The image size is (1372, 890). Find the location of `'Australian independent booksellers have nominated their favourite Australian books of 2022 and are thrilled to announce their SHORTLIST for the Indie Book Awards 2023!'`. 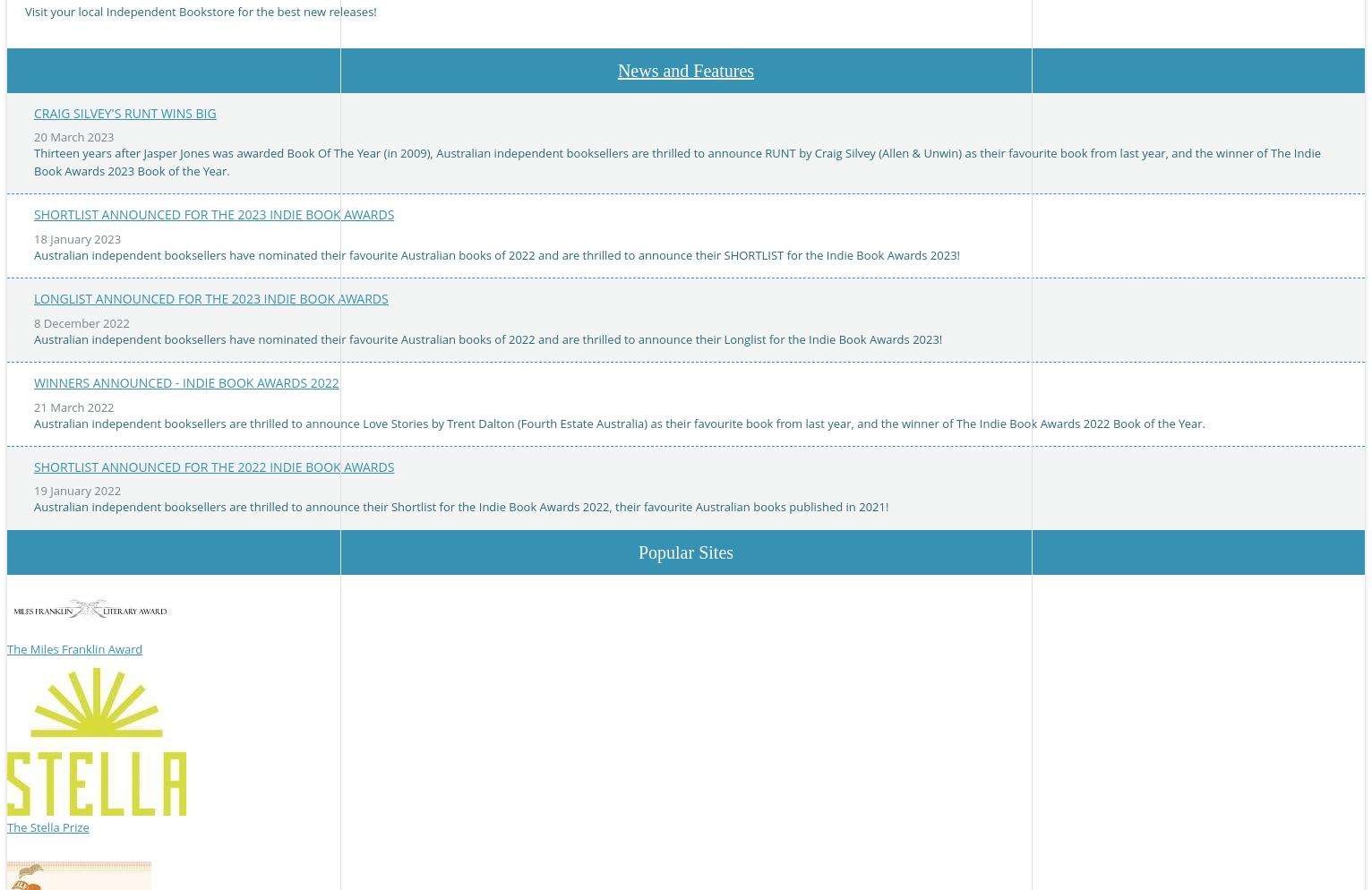

'Australian independent booksellers have nominated their favourite Australian books of 2022 and are thrilled to announce their SHORTLIST for the Indie Book Awards 2023!' is located at coordinates (496, 252).